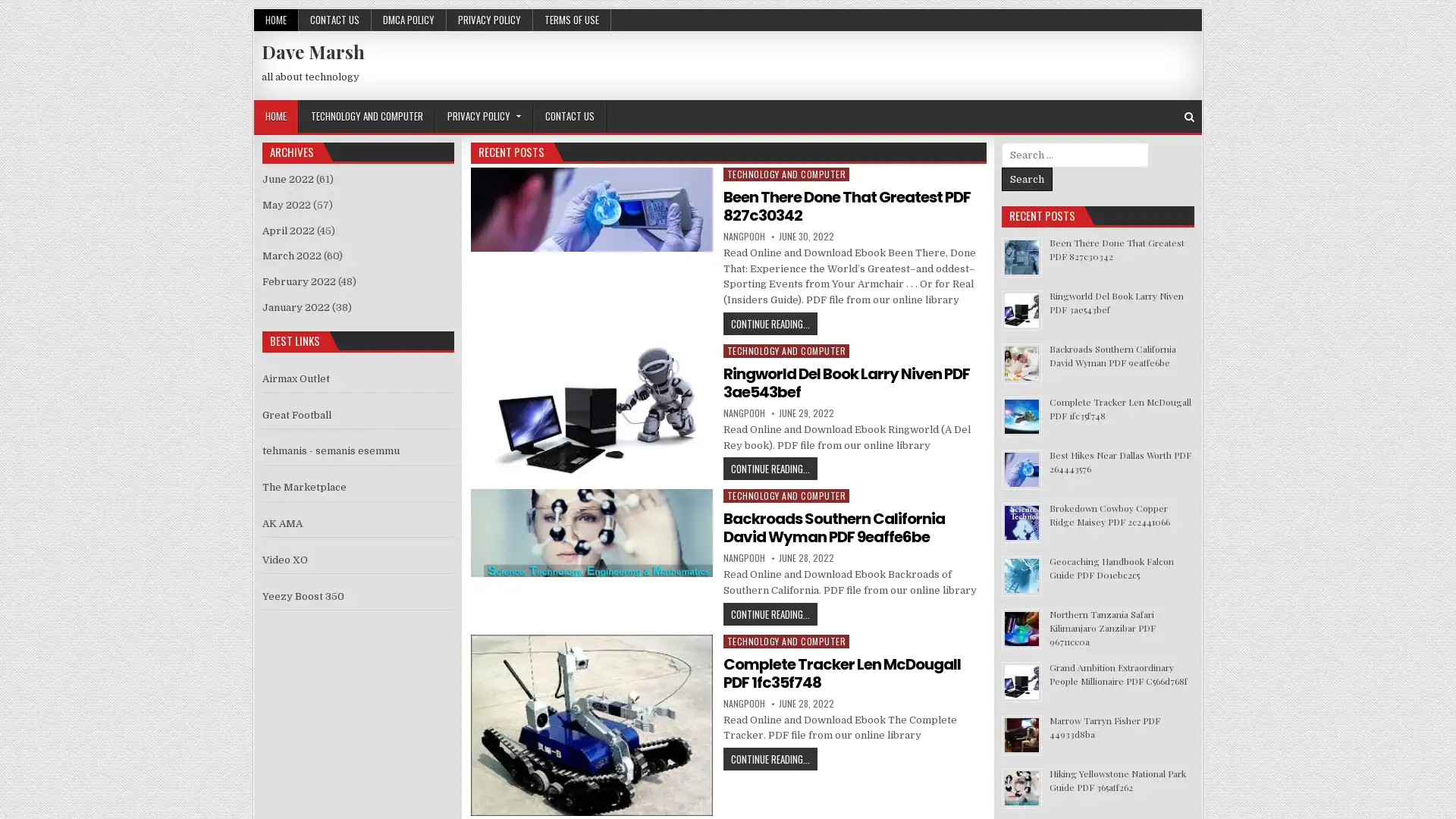  Describe the element at coordinates (1027, 178) in the screenshot. I see `Search` at that location.